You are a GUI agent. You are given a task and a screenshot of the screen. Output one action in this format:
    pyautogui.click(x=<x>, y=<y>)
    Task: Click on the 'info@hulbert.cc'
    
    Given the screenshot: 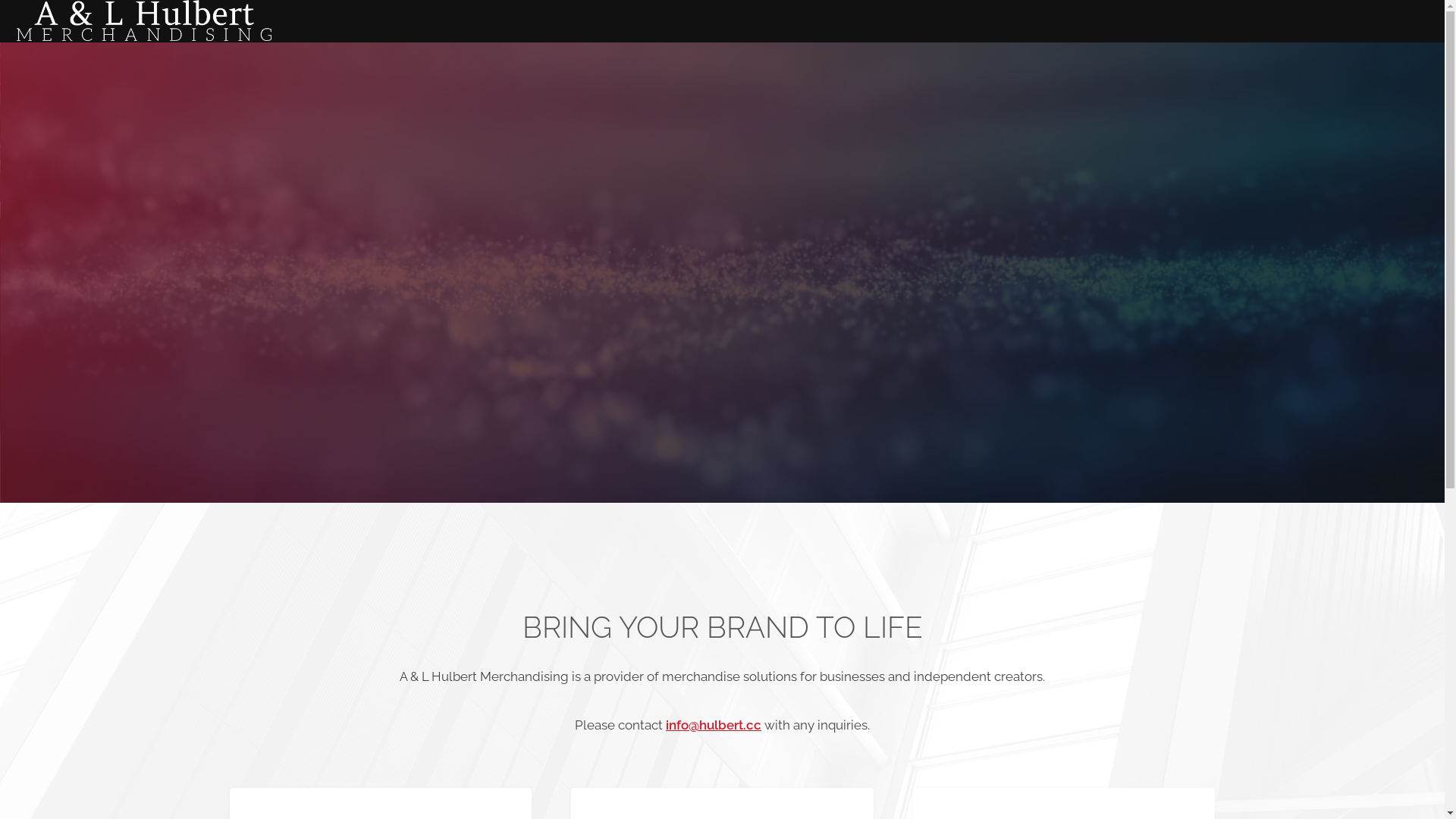 What is the action you would take?
    pyautogui.click(x=712, y=724)
    